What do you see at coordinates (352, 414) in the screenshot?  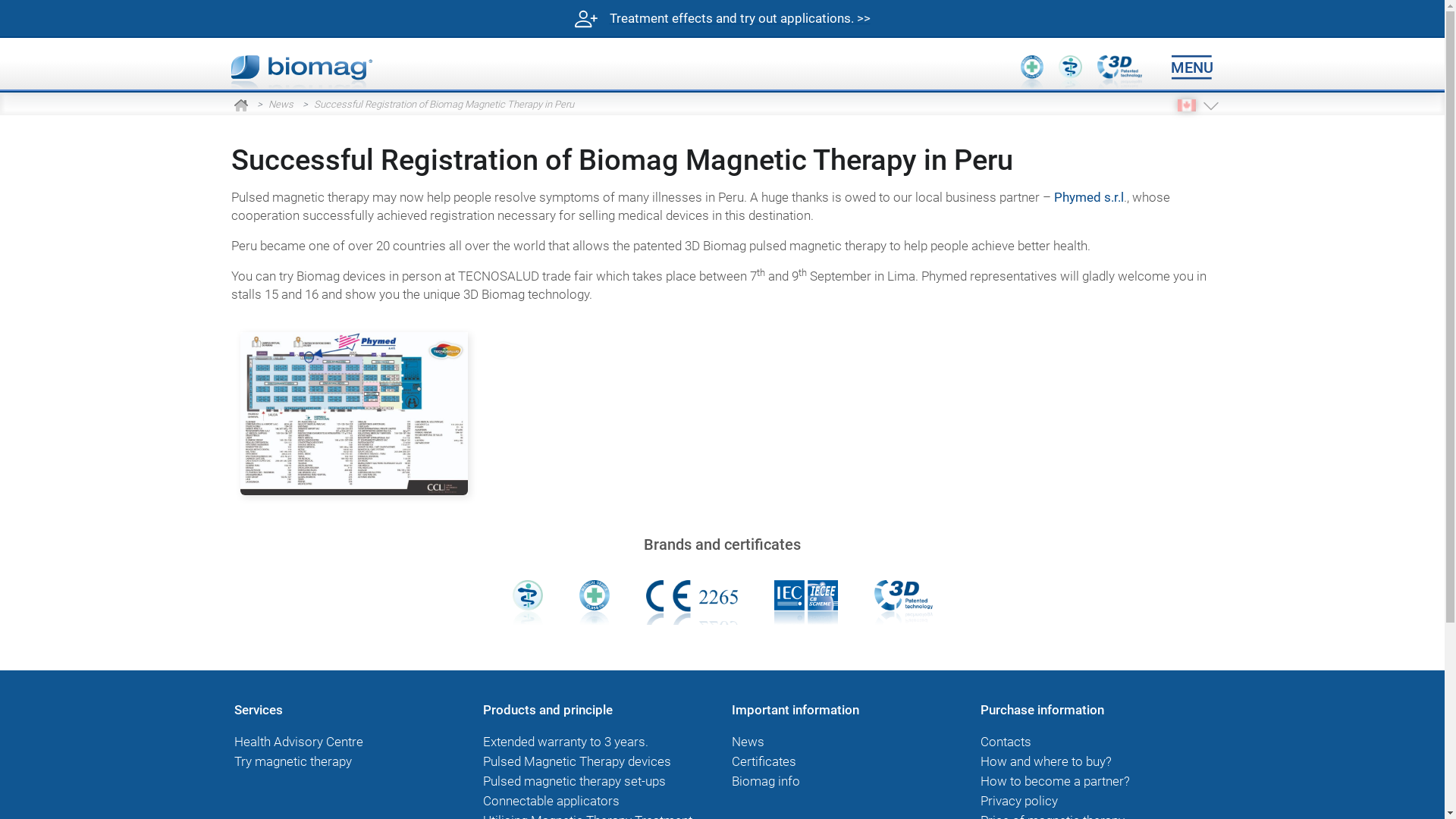 I see `'Phymed-LIma'` at bounding box center [352, 414].